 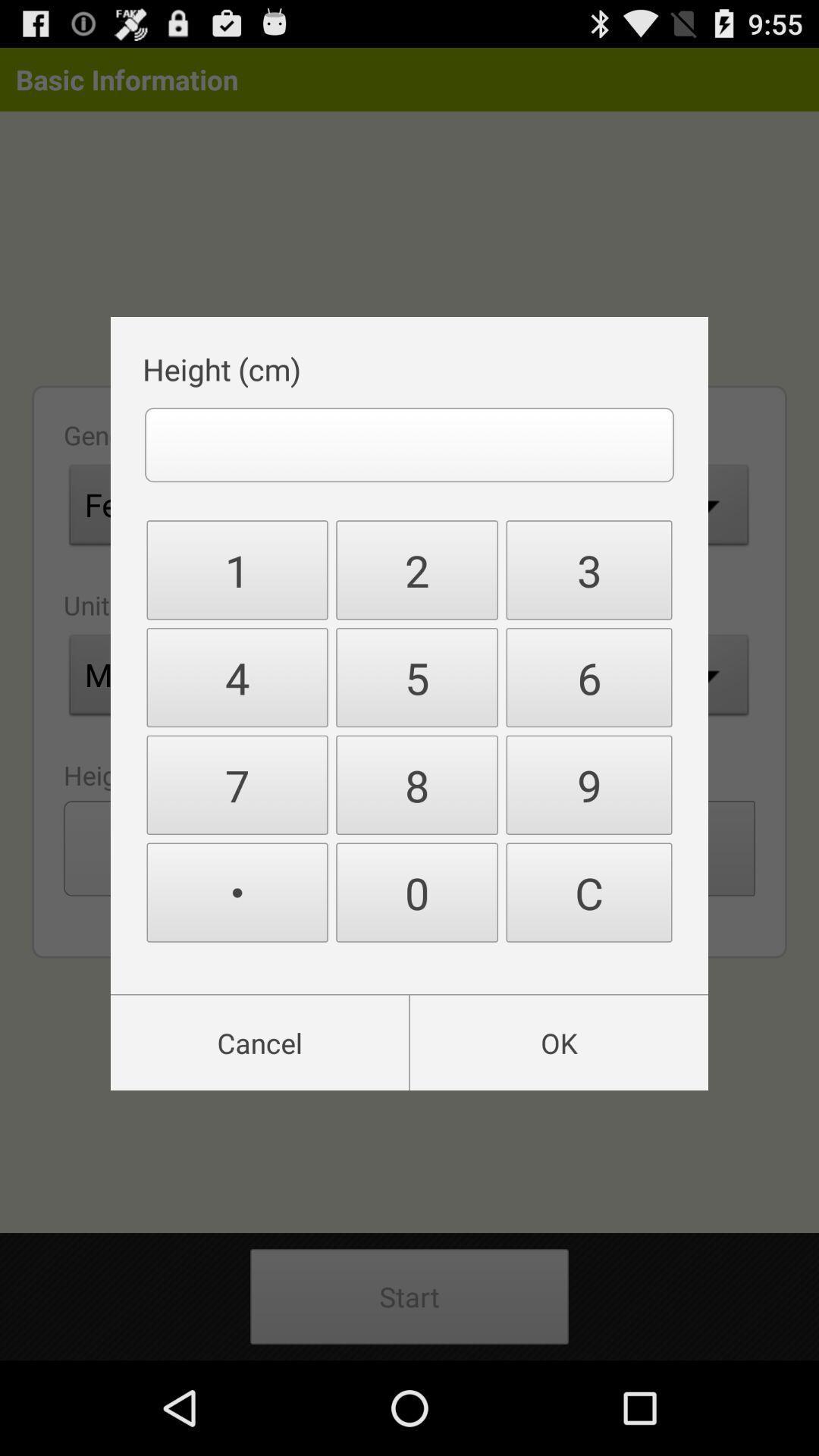 I want to click on the 6 item, so click(x=588, y=676).